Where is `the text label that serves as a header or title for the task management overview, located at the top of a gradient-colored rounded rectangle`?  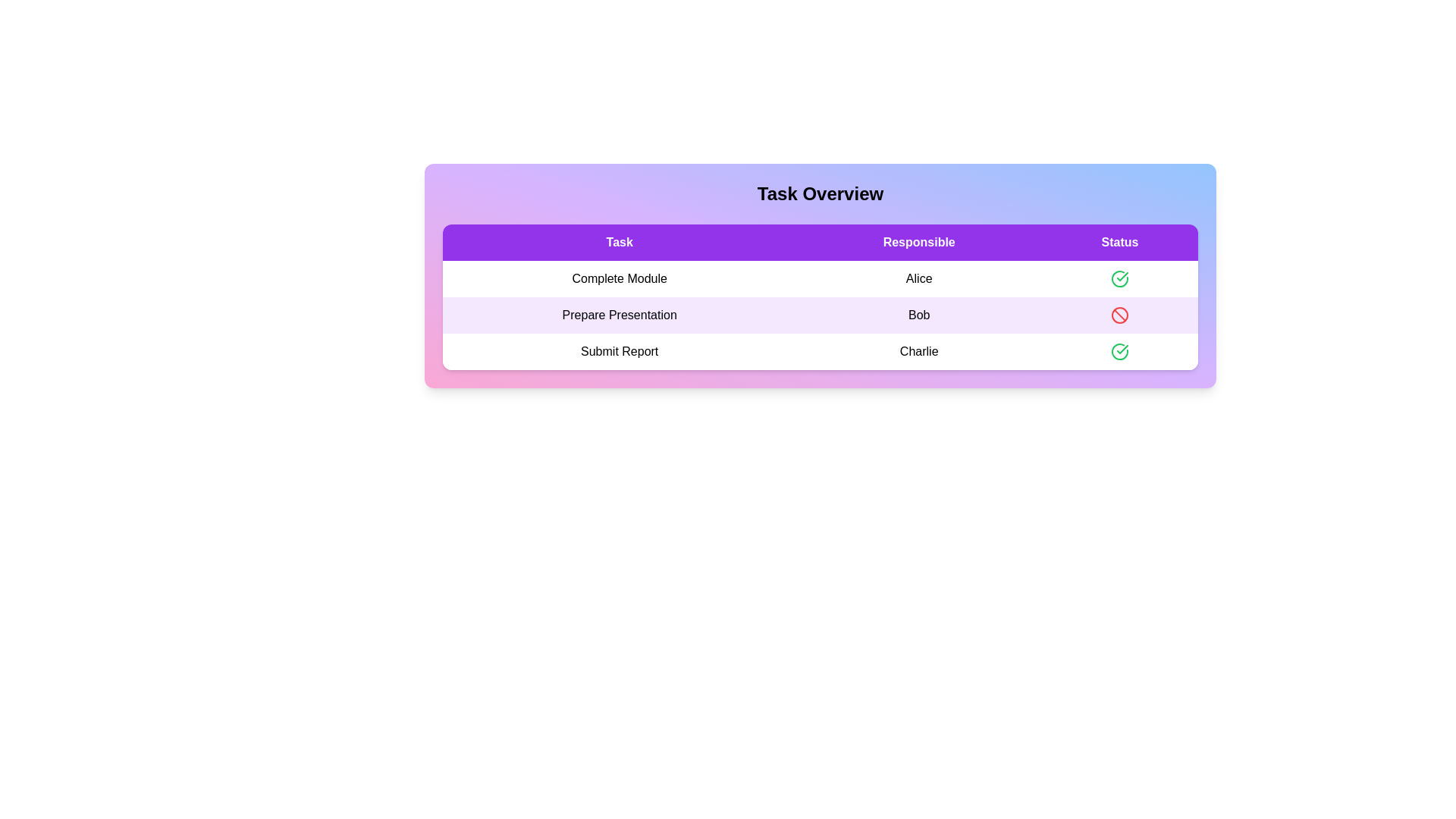
the text label that serves as a header or title for the task management overview, located at the top of a gradient-colored rounded rectangle is located at coordinates (819, 193).